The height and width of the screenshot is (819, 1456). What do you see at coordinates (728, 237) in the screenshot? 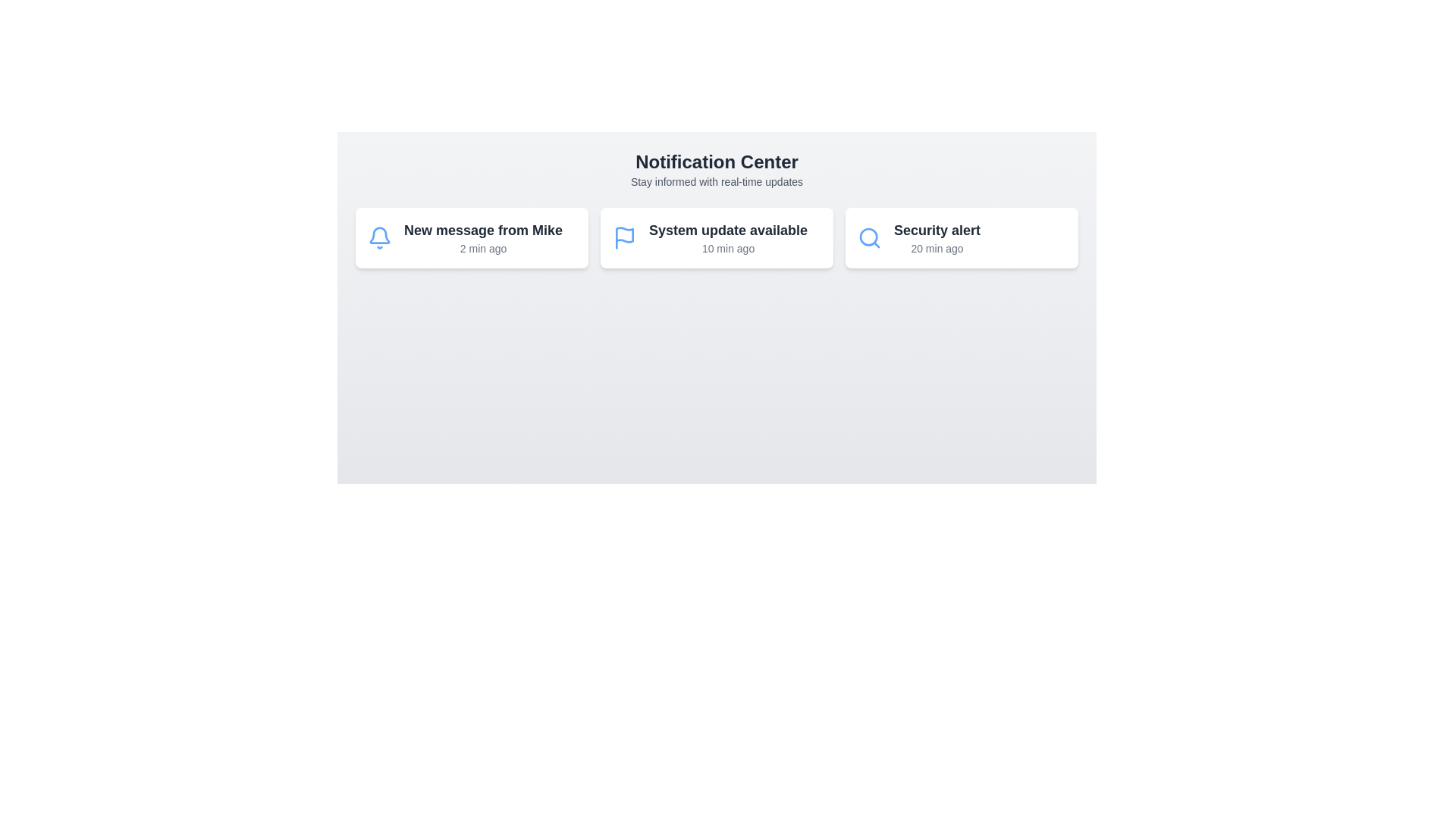
I see `the notification detail text block providing the title and timestamp of a system update, located in the central notification card below the title 'System update available'` at bounding box center [728, 237].